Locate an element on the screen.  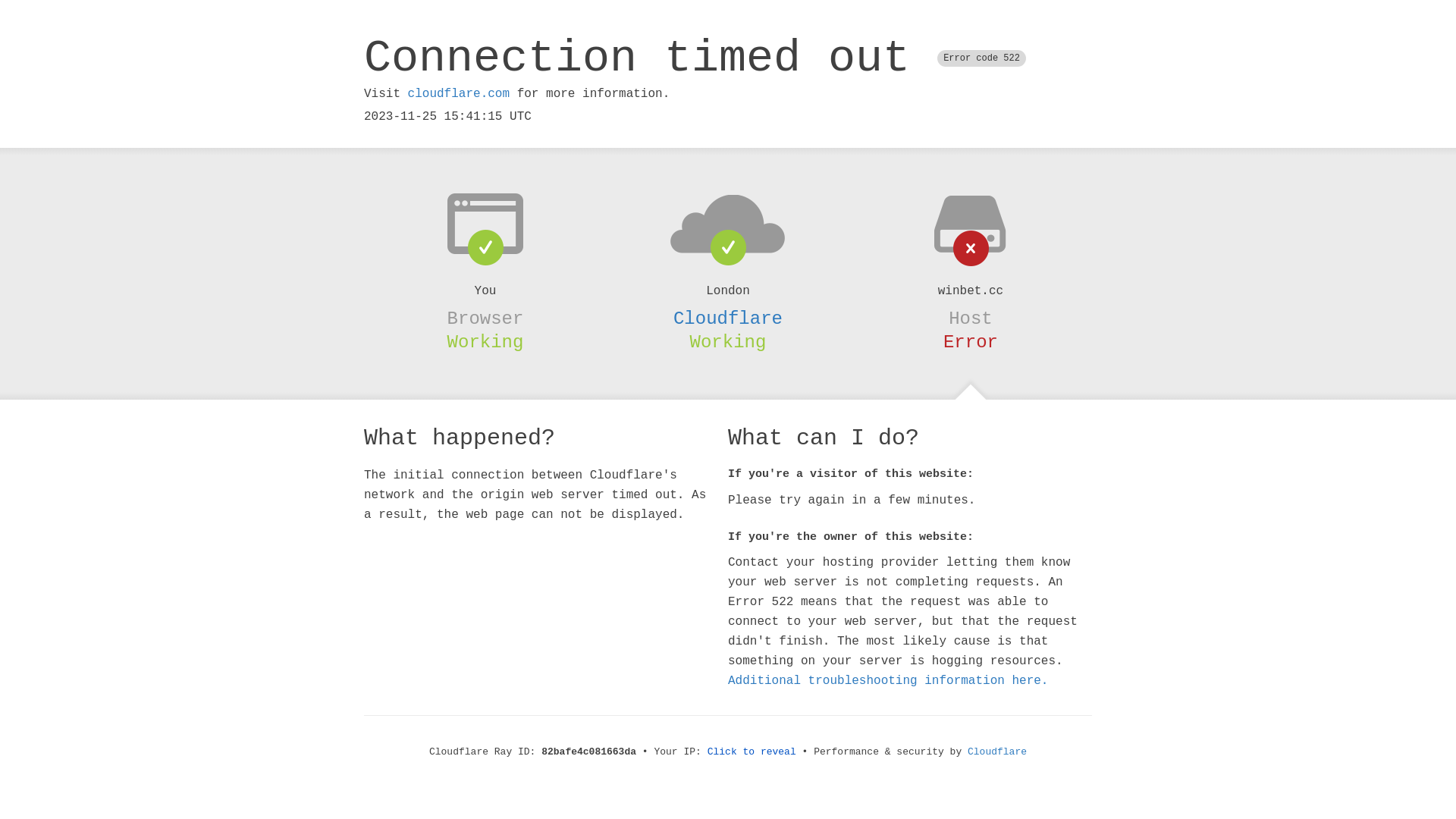
'cloudflare.com' is located at coordinates (457, 93).